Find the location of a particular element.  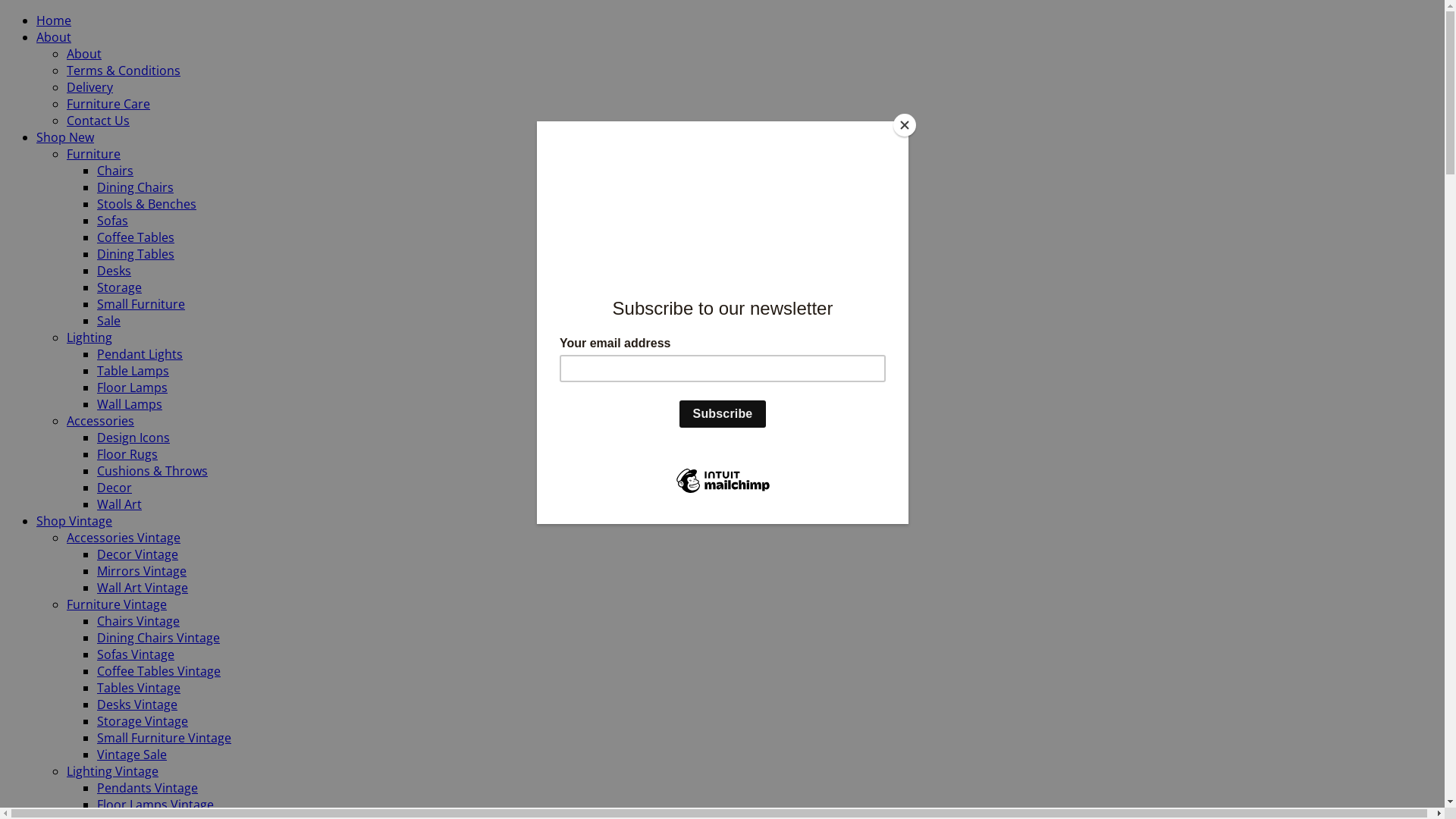

'Floor Rugs' is located at coordinates (127, 453).